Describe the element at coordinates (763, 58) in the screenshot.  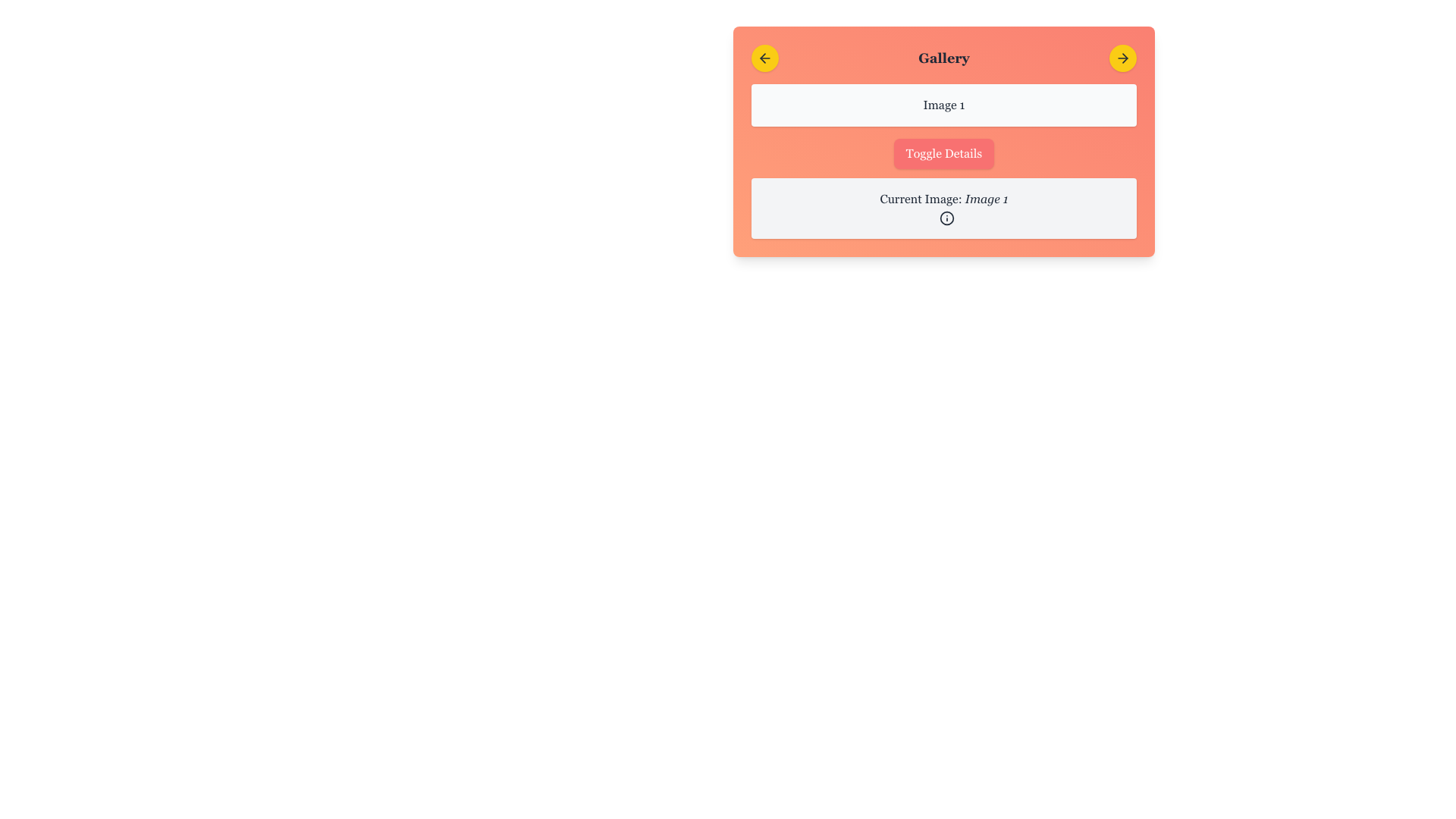
I see `the left-pointing triangular arrow icon located inside a circular yellow background at the top left corner of the card interface` at that location.